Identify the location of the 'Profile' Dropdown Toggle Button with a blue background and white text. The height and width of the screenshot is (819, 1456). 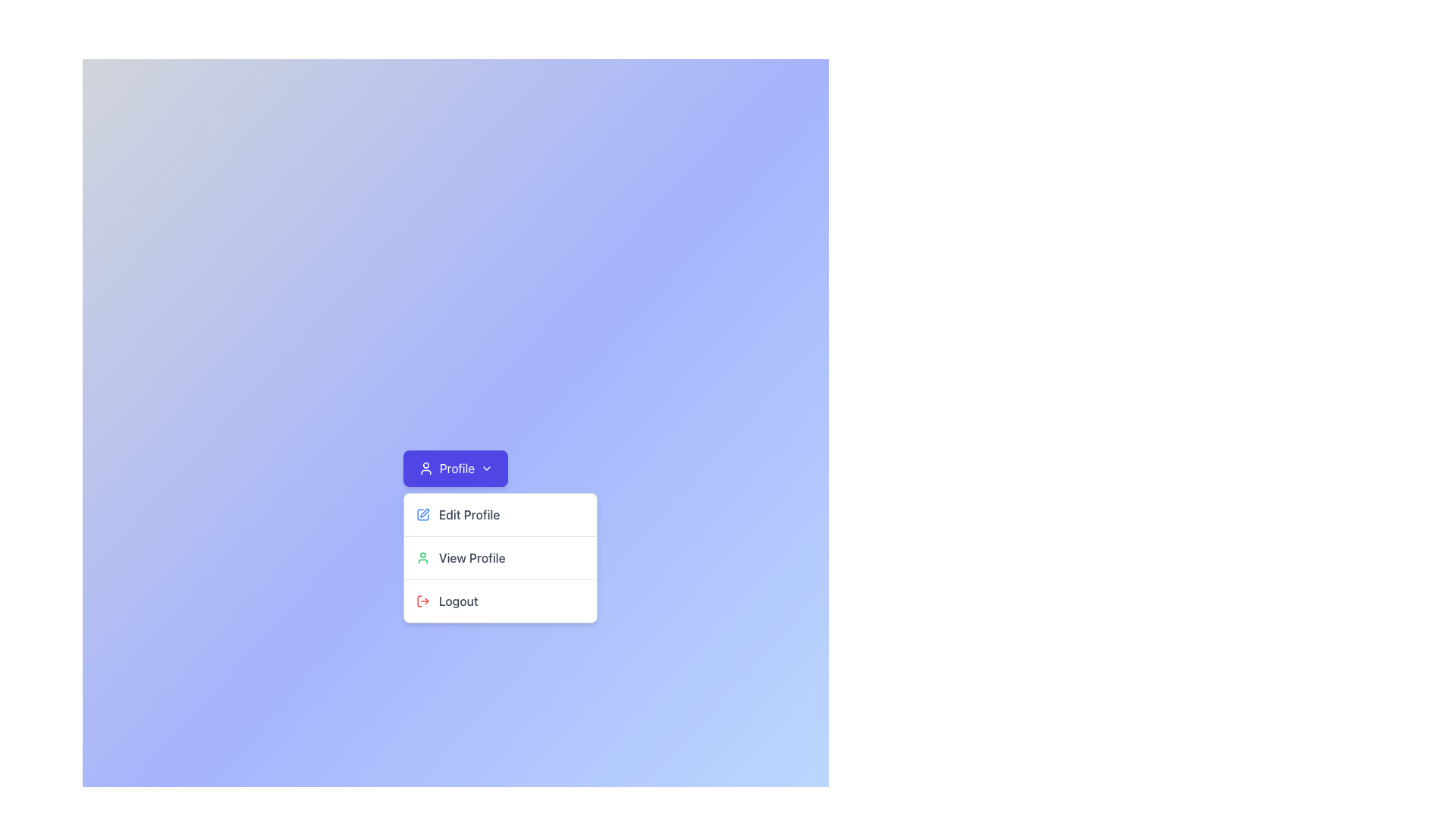
(454, 467).